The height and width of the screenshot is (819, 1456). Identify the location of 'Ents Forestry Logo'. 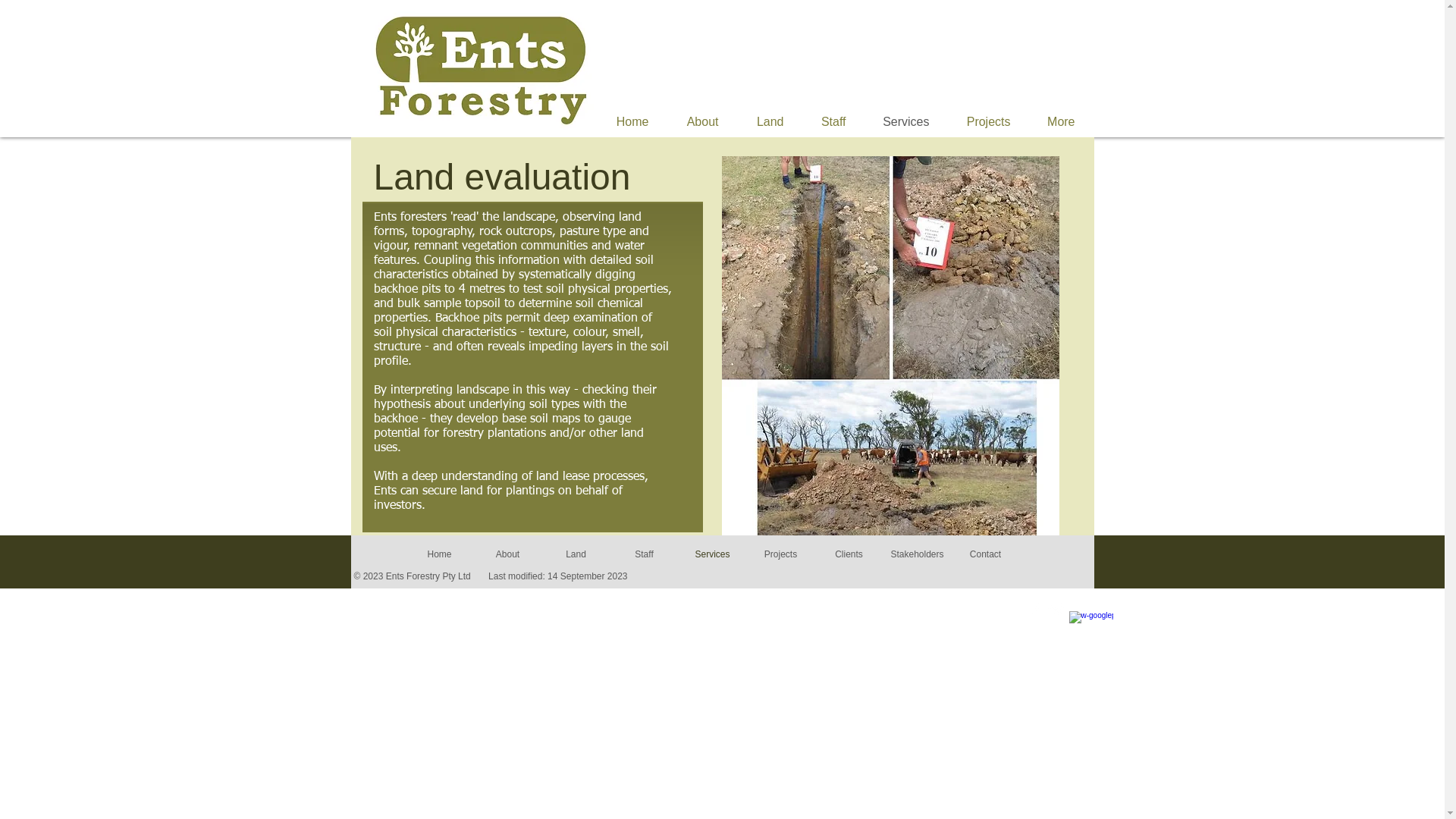
(479, 70).